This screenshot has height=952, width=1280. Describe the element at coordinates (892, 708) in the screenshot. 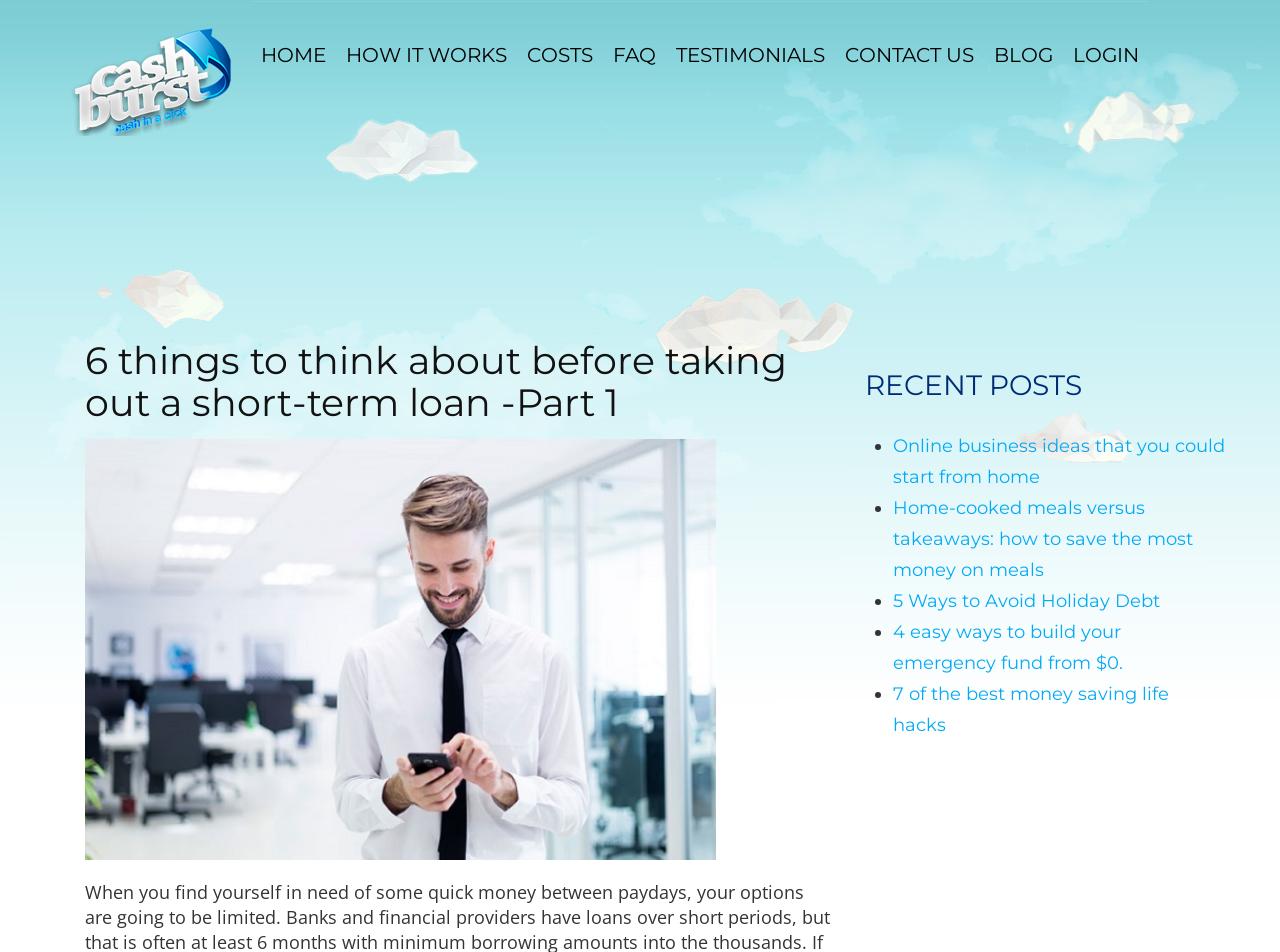

I see `'7 of the best money saving life hacks'` at that location.